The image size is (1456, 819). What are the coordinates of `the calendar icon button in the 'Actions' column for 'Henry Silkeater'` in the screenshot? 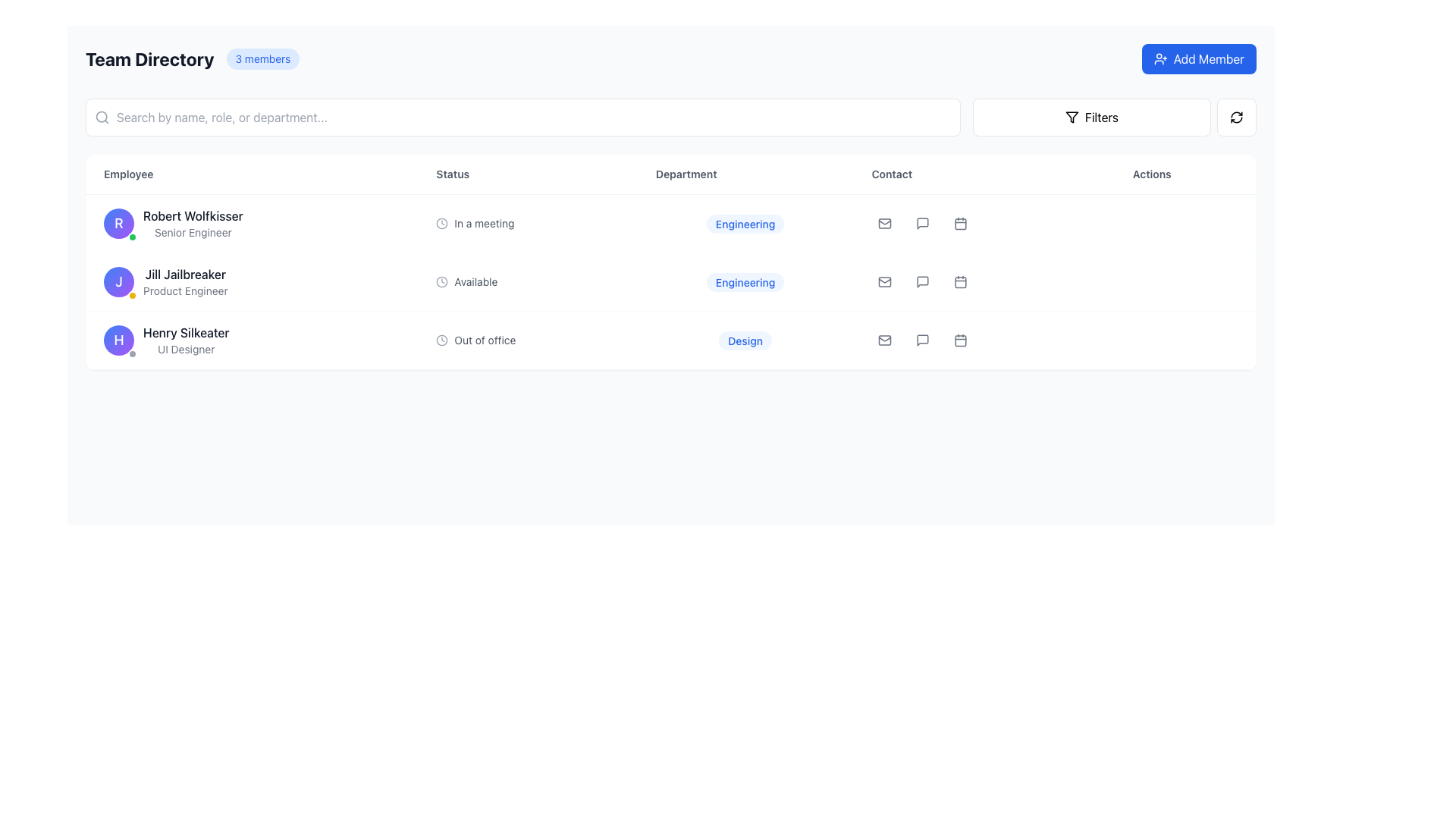 It's located at (959, 339).